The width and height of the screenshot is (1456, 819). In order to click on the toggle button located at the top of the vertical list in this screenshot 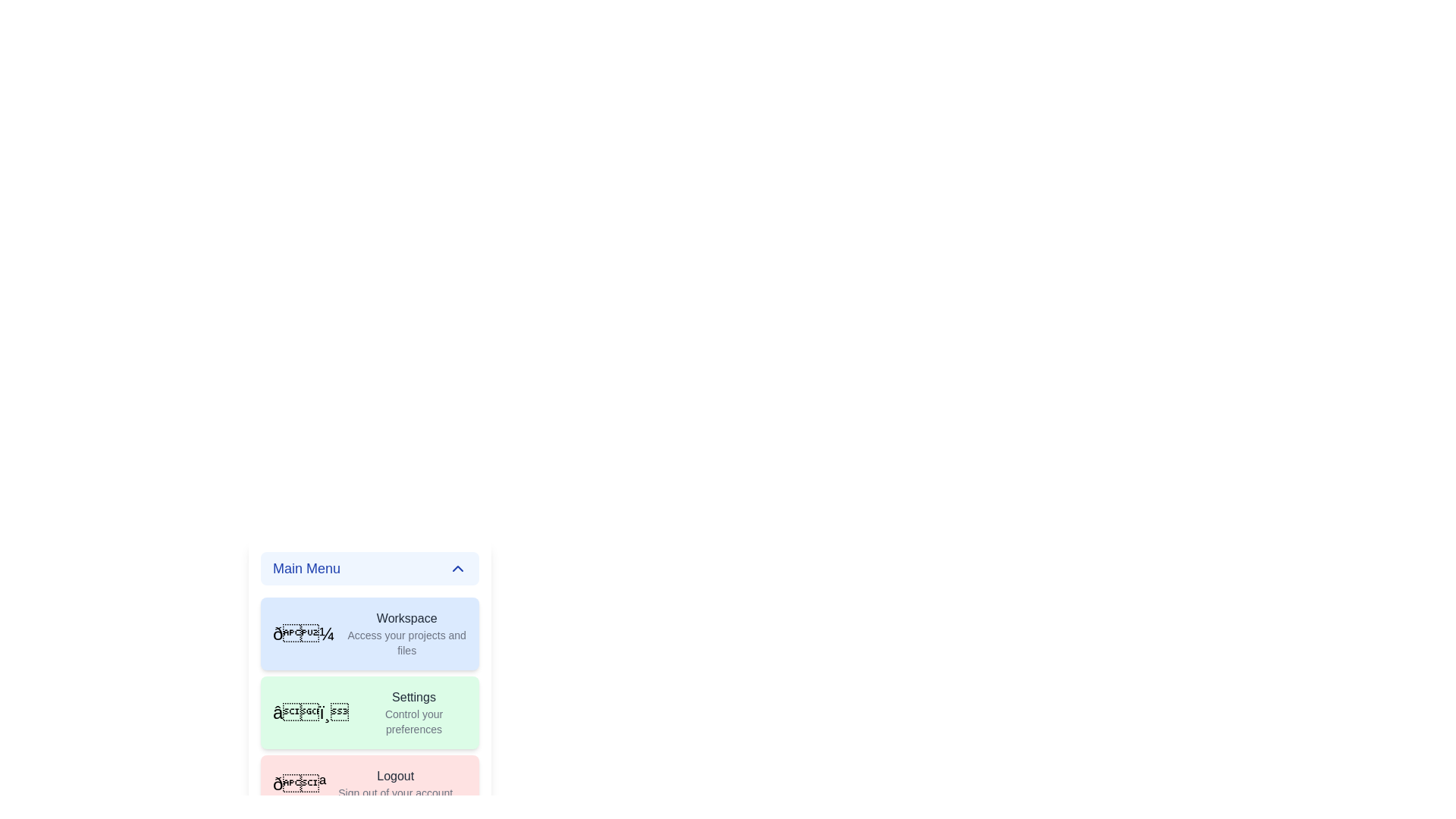, I will do `click(370, 568)`.